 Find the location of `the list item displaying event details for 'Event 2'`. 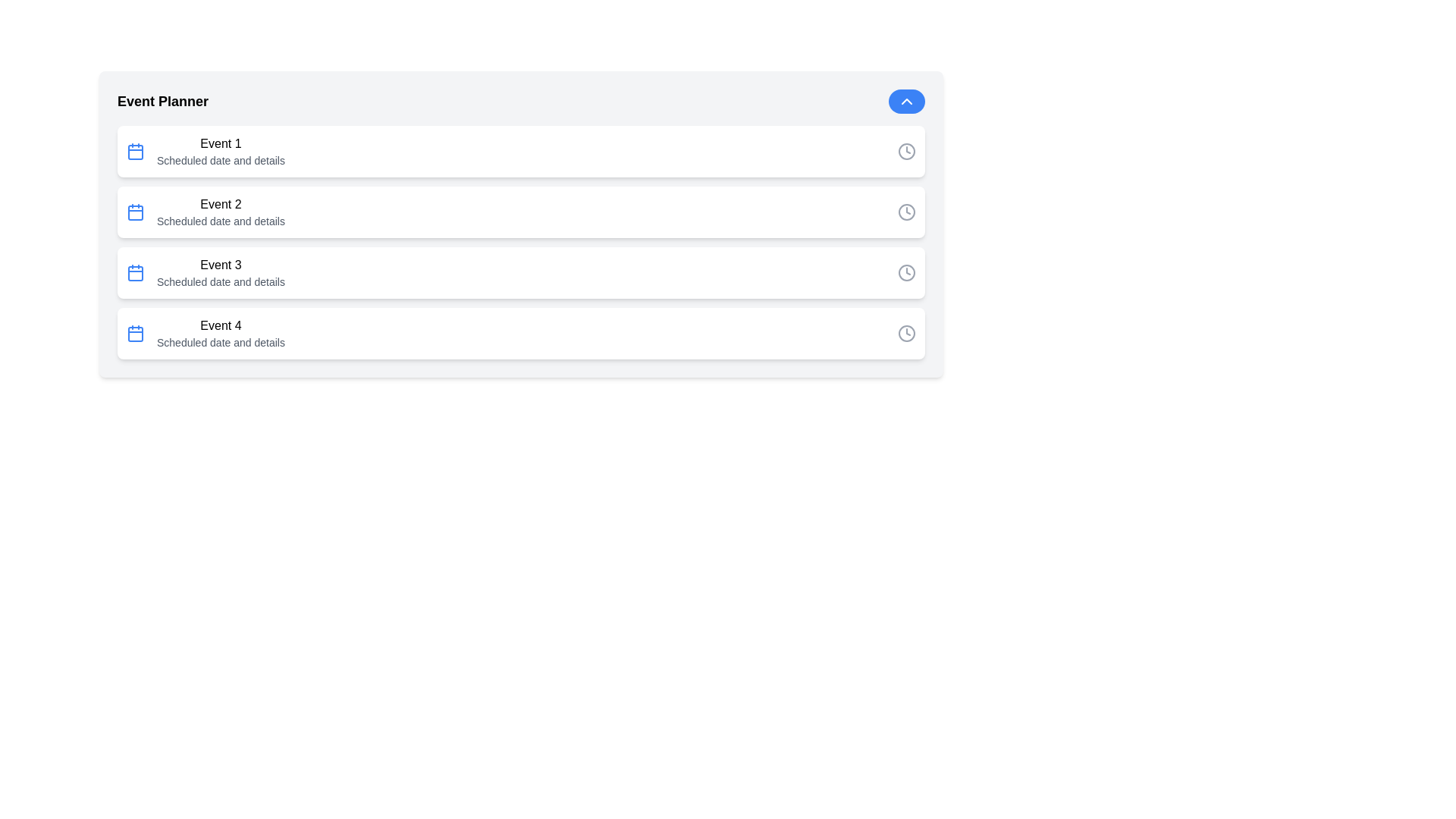

the list item displaying event details for 'Event 2' is located at coordinates (521, 212).